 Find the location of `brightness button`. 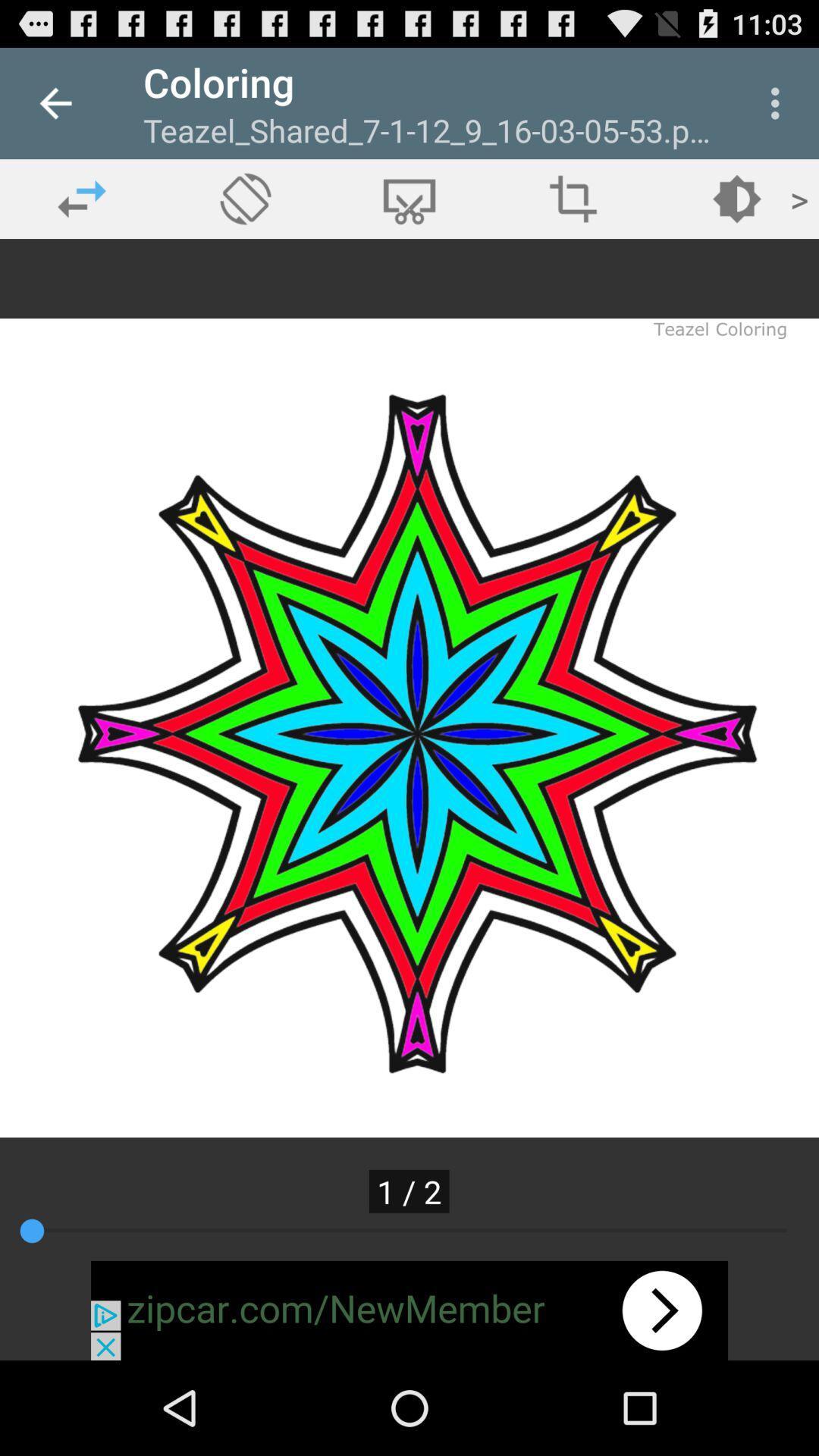

brightness button is located at coordinates (736, 198).